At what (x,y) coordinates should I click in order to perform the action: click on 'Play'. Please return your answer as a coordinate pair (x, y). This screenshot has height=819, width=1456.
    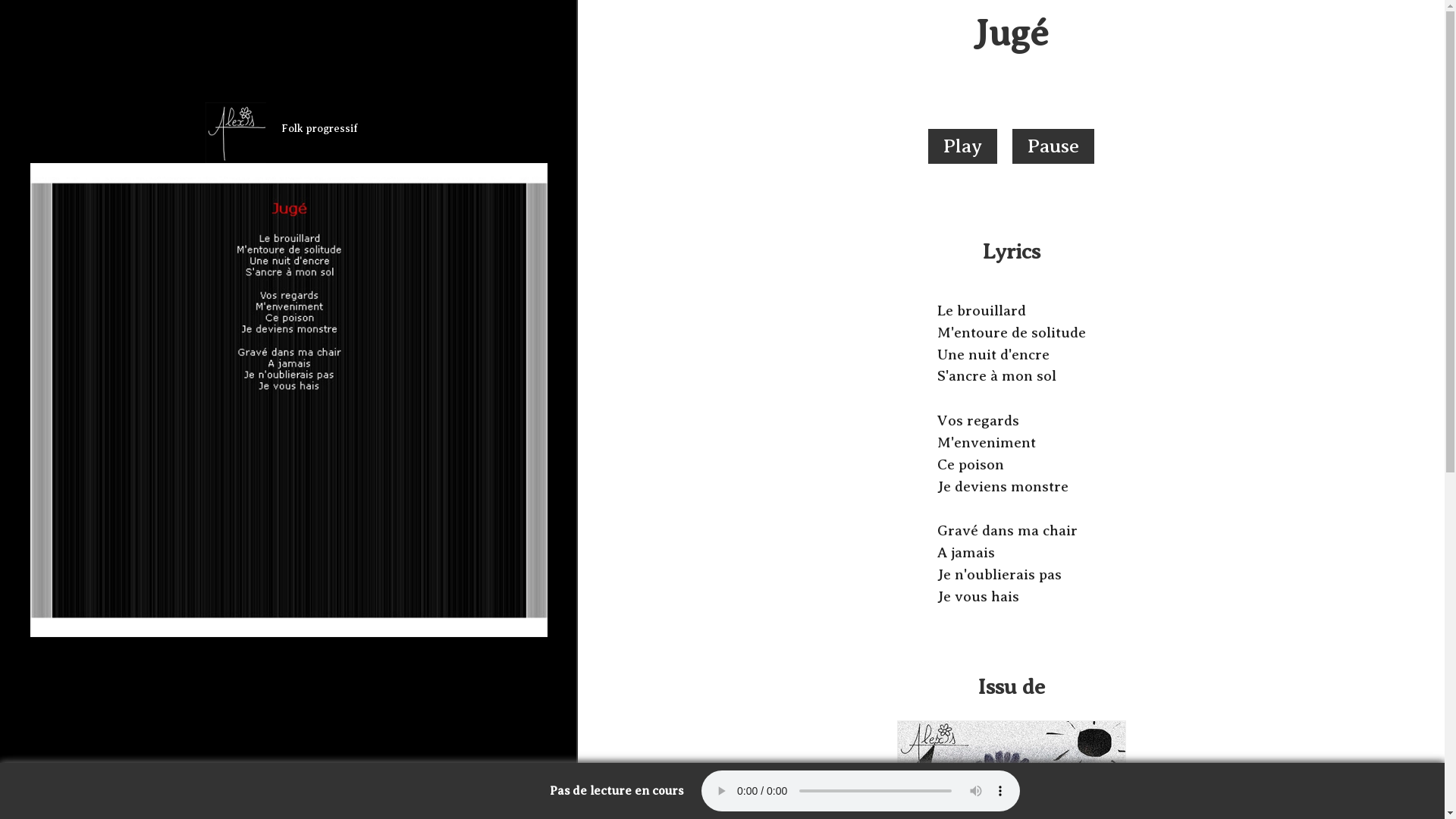
    Looking at the image, I should click on (962, 146).